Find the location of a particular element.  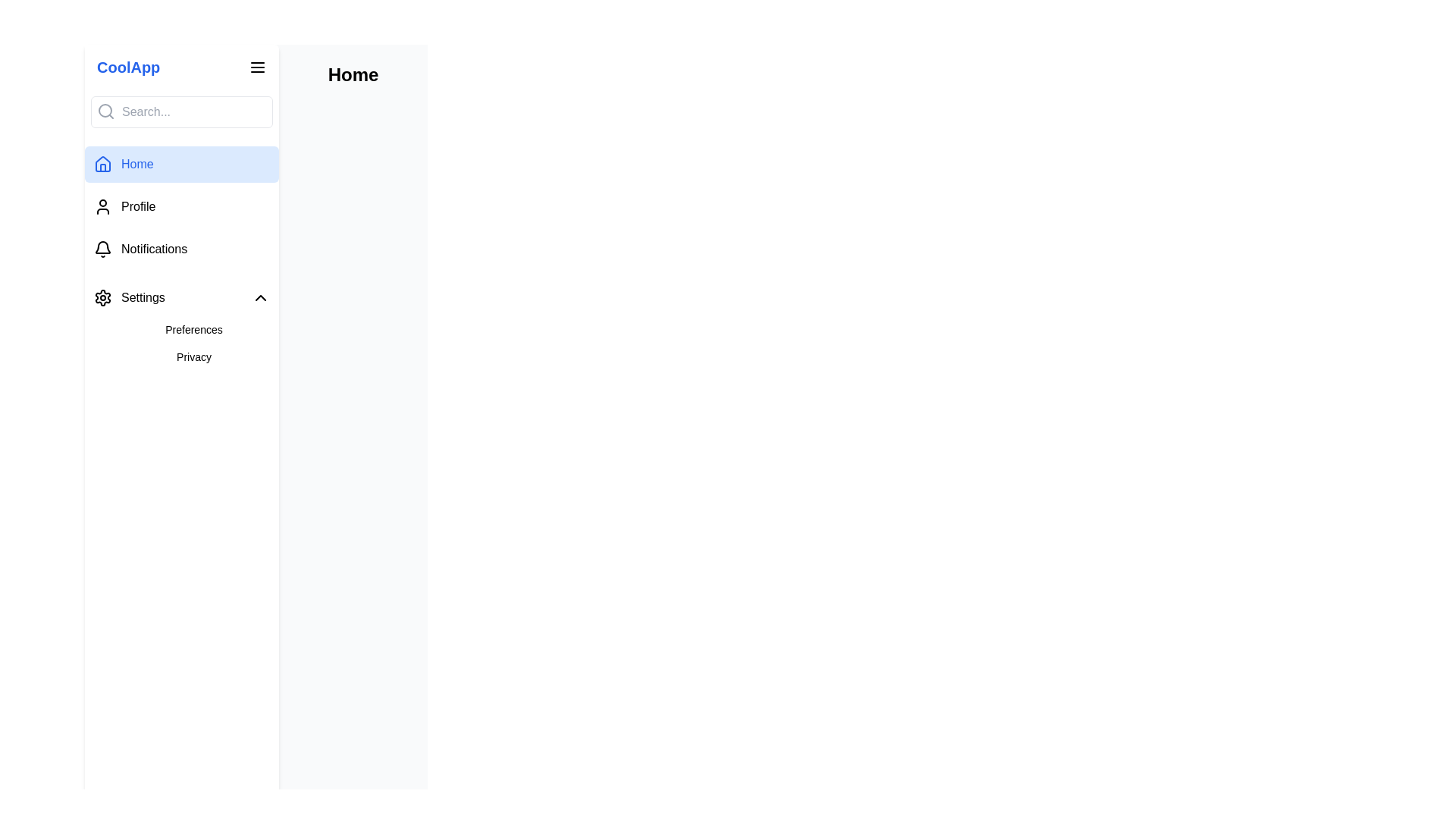

the search textbox located below the title 'CoolApp' in the vertical sidebar is located at coordinates (182, 111).